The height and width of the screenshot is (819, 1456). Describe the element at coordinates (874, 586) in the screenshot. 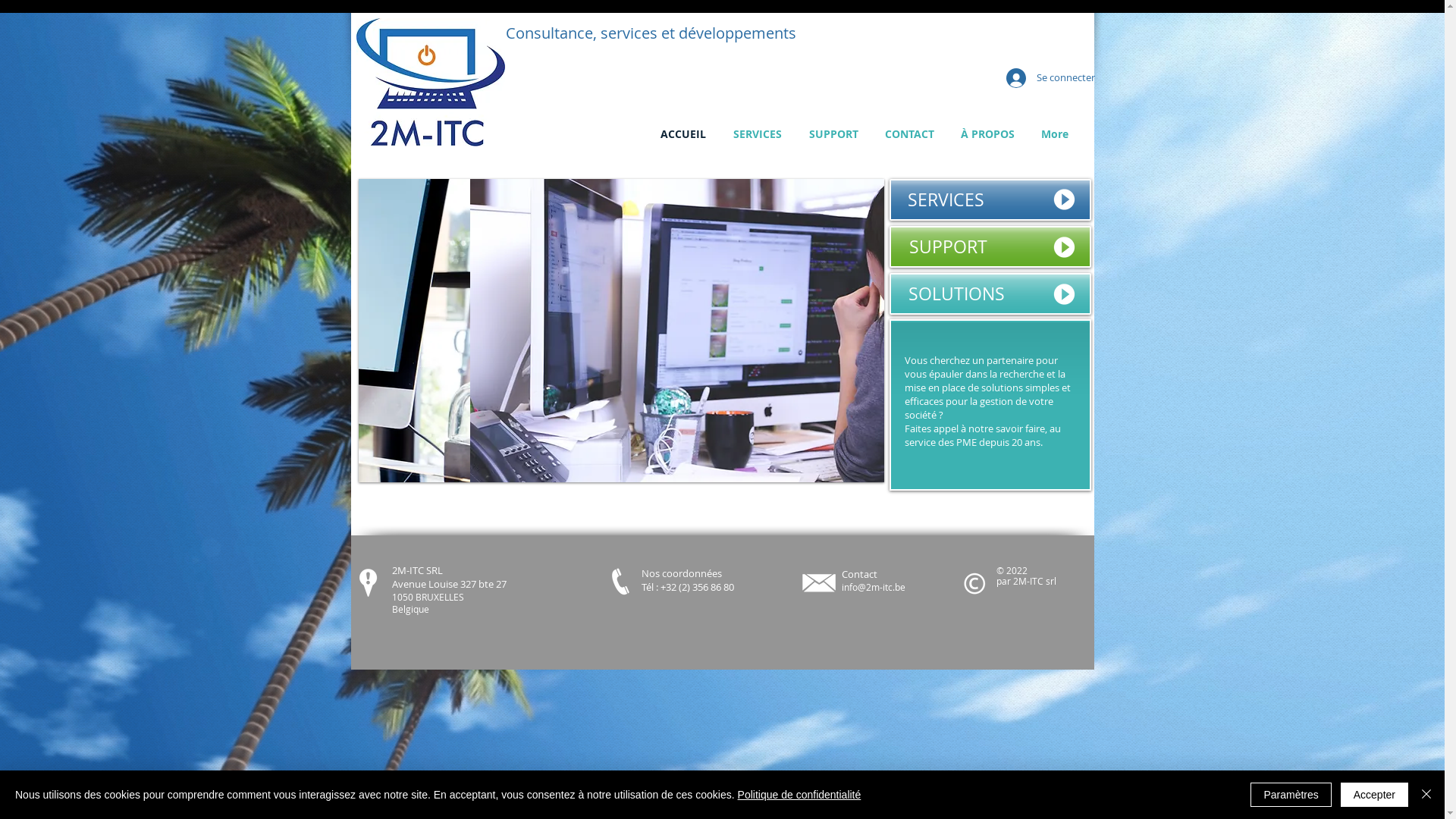

I see `'info@2m-itc.be'` at that location.